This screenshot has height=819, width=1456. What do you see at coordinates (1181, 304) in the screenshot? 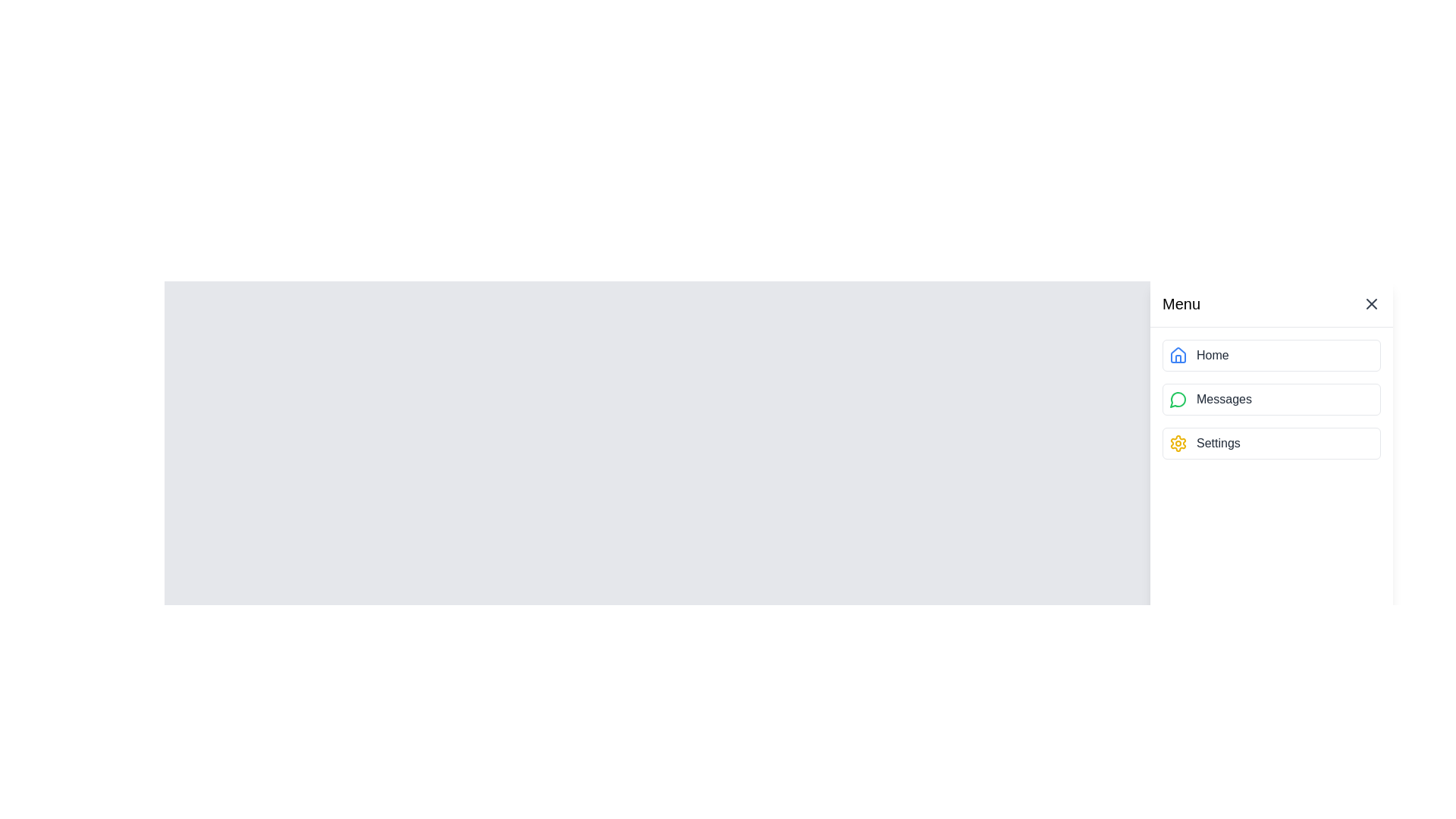
I see `the Text Label which serves as the title or header for the menu` at bounding box center [1181, 304].